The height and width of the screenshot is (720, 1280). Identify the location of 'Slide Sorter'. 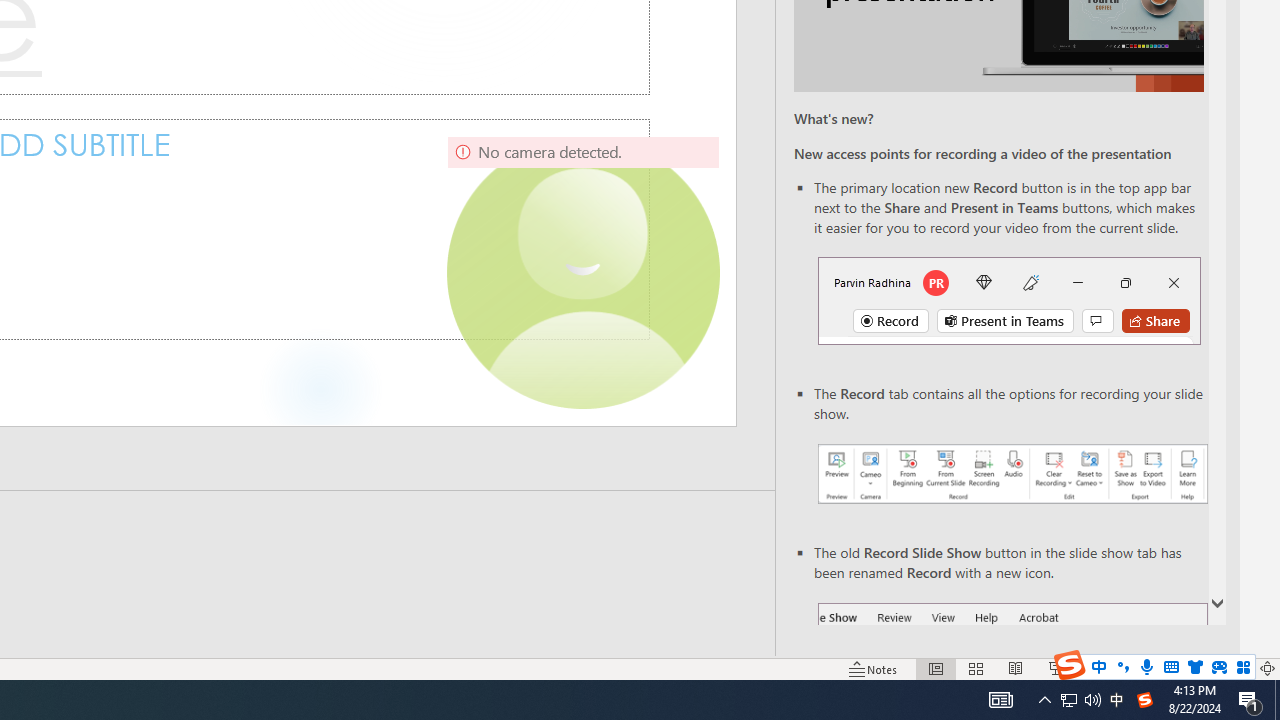
(976, 669).